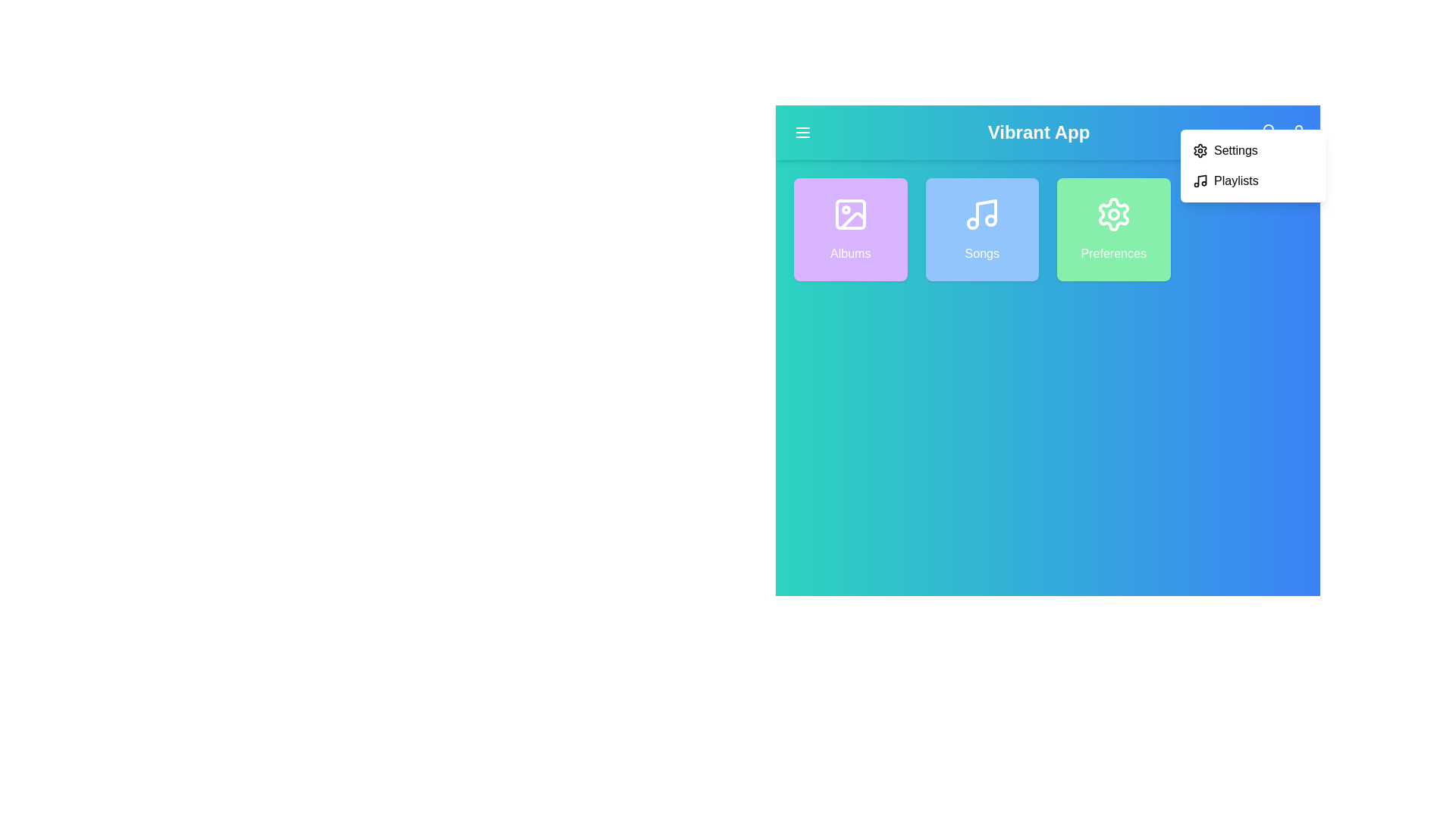 The image size is (1456, 819). I want to click on the user icon to toggle the dropdown menu, so click(1298, 131).